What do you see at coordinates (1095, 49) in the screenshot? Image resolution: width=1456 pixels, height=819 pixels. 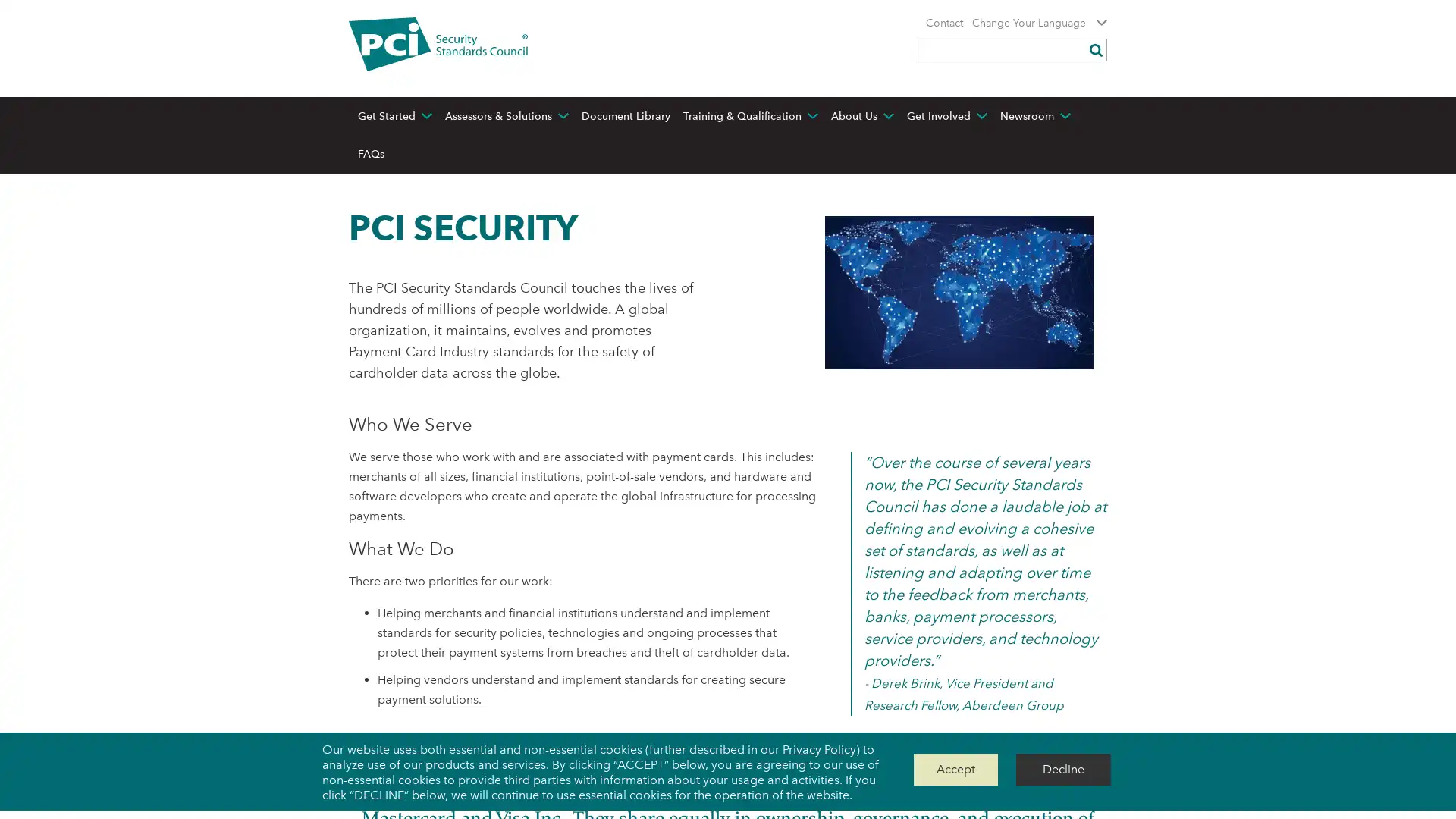 I see `Submit` at bounding box center [1095, 49].